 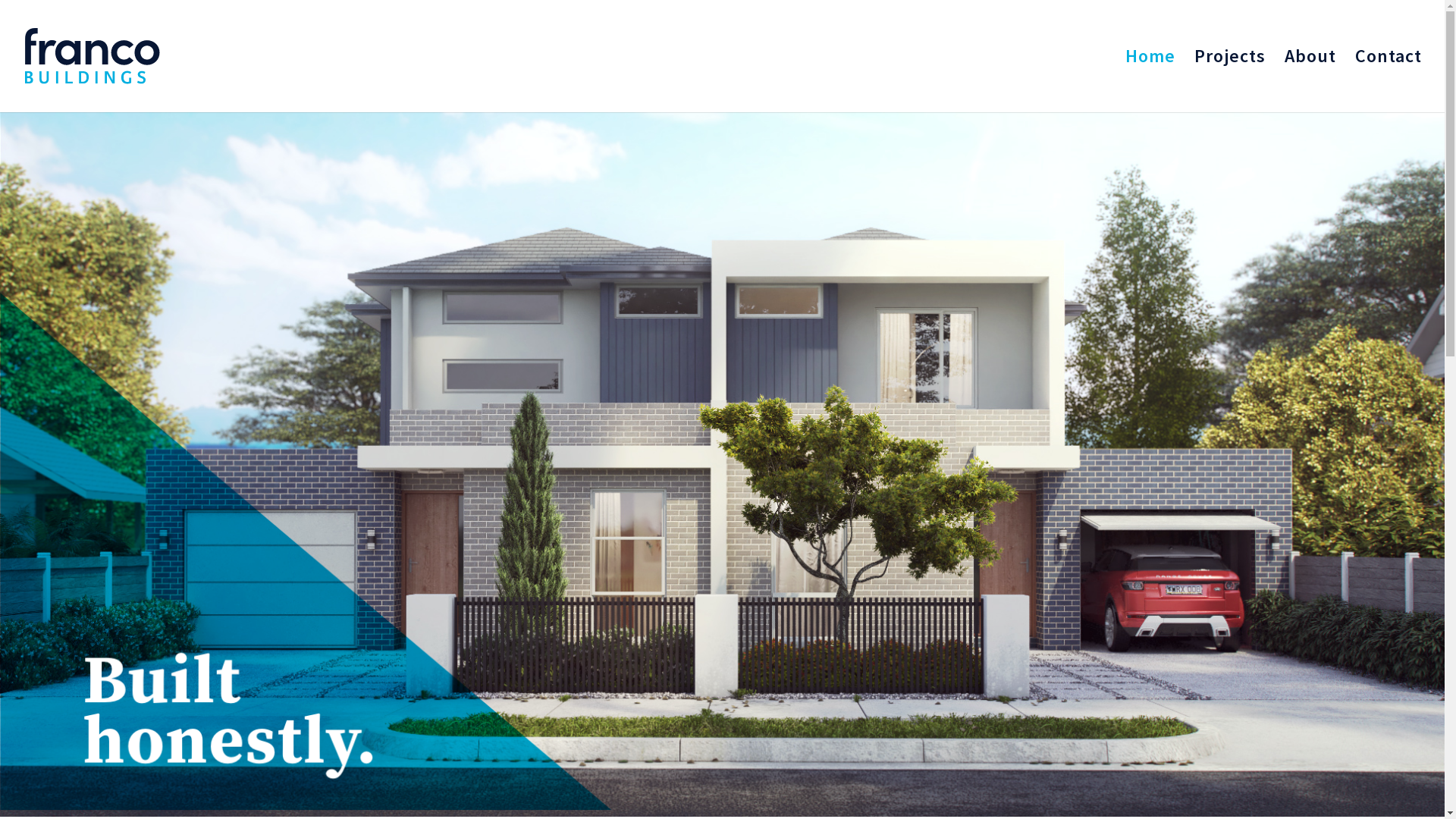 What do you see at coordinates (1388, 81) in the screenshot?
I see `'Contact'` at bounding box center [1388, 81].